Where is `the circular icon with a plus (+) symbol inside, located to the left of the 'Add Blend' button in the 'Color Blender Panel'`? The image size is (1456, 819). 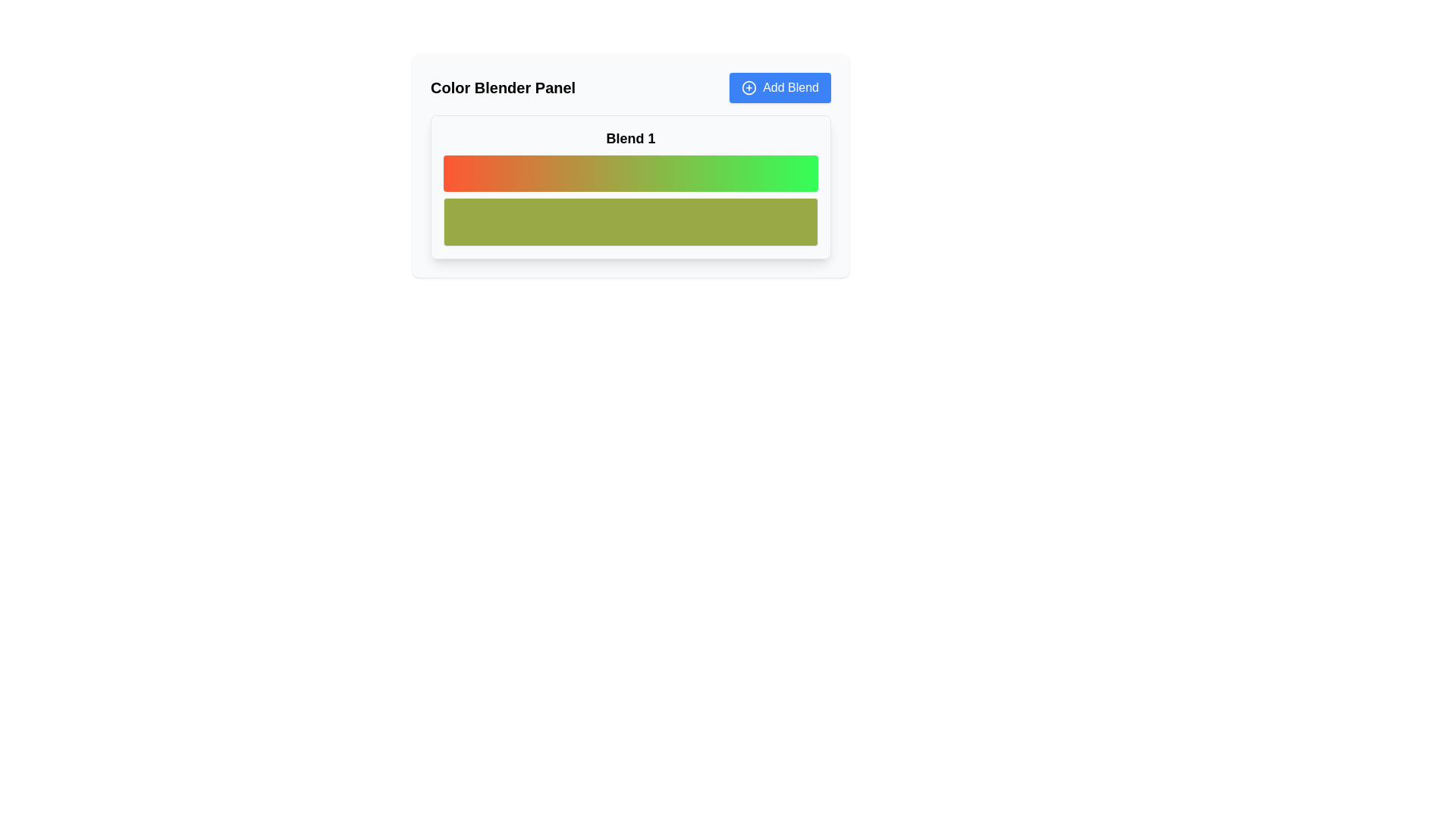
the circular icon with a plus (+) symbol inside, located to the left of the 'Add Blend' button in the 'Color Blender Panel' is located at coordinates (749, 87).